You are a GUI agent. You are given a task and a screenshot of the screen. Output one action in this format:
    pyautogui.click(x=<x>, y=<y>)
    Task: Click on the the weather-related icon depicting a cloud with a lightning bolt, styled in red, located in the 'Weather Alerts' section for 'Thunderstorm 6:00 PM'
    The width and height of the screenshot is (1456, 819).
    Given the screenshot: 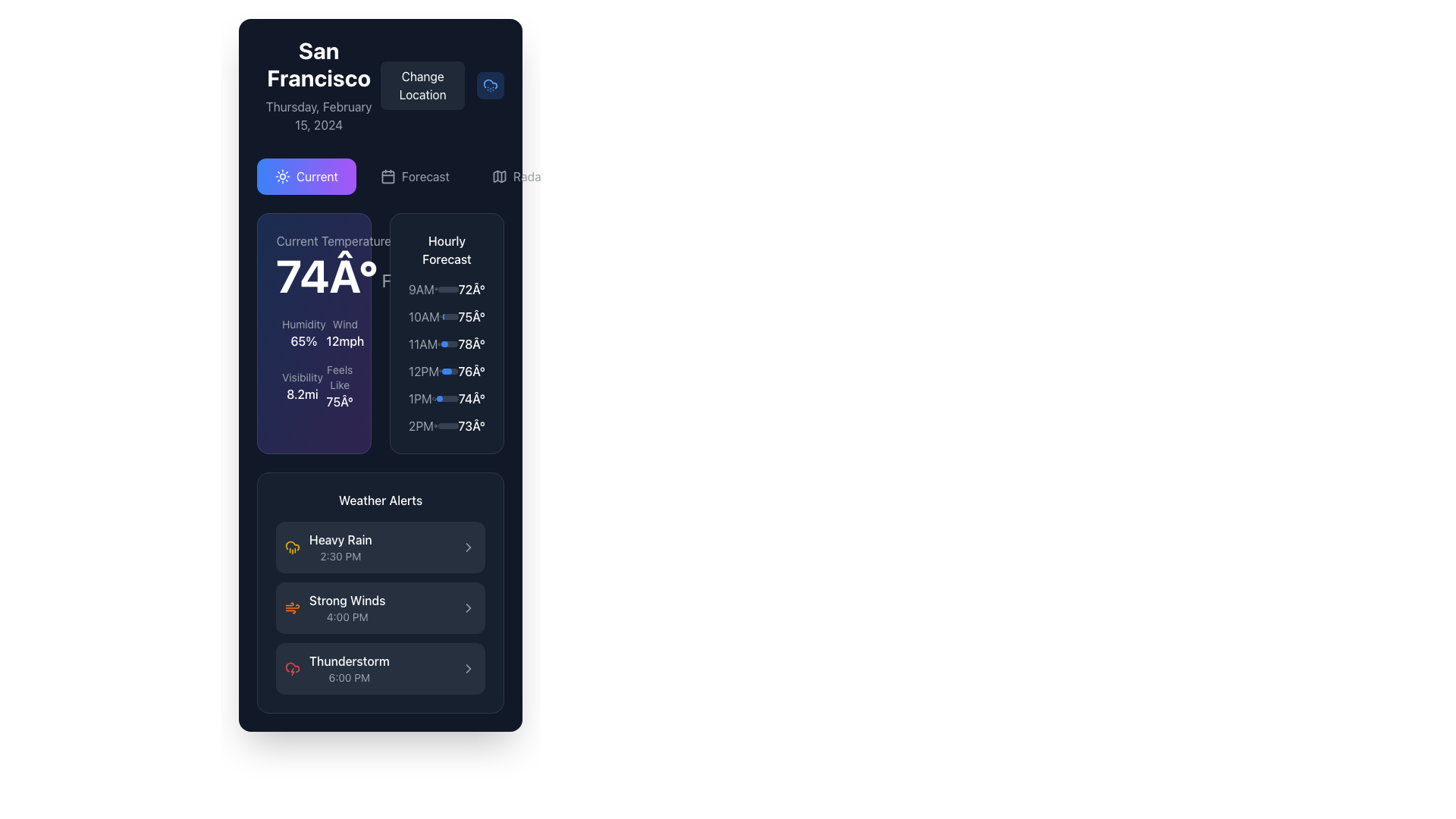 What is the action you would take?
    pyautogui.click(x=292, y=668)
    